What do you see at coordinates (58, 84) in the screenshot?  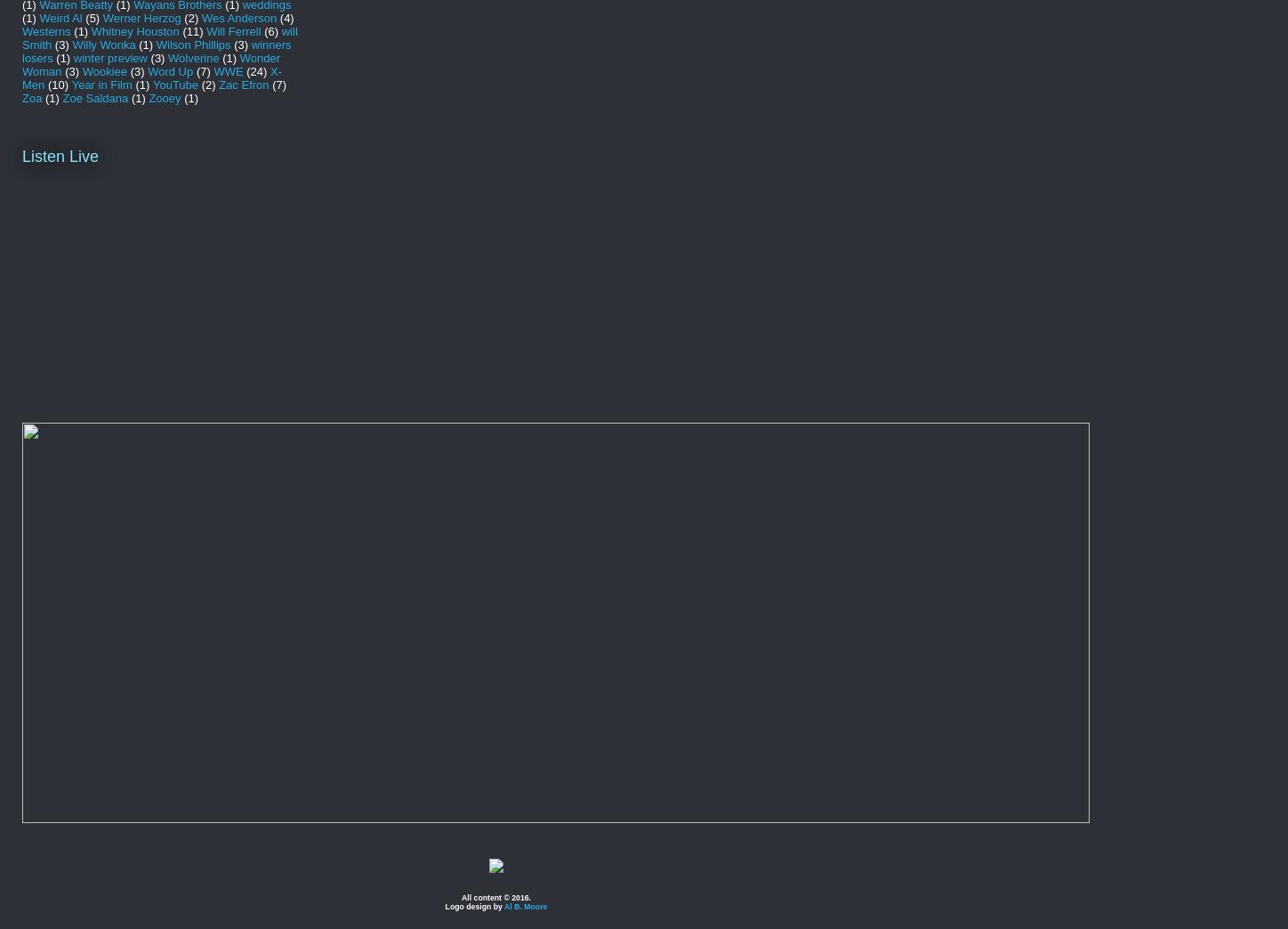 I see `'(10)'` at bounding box center [58, 84].